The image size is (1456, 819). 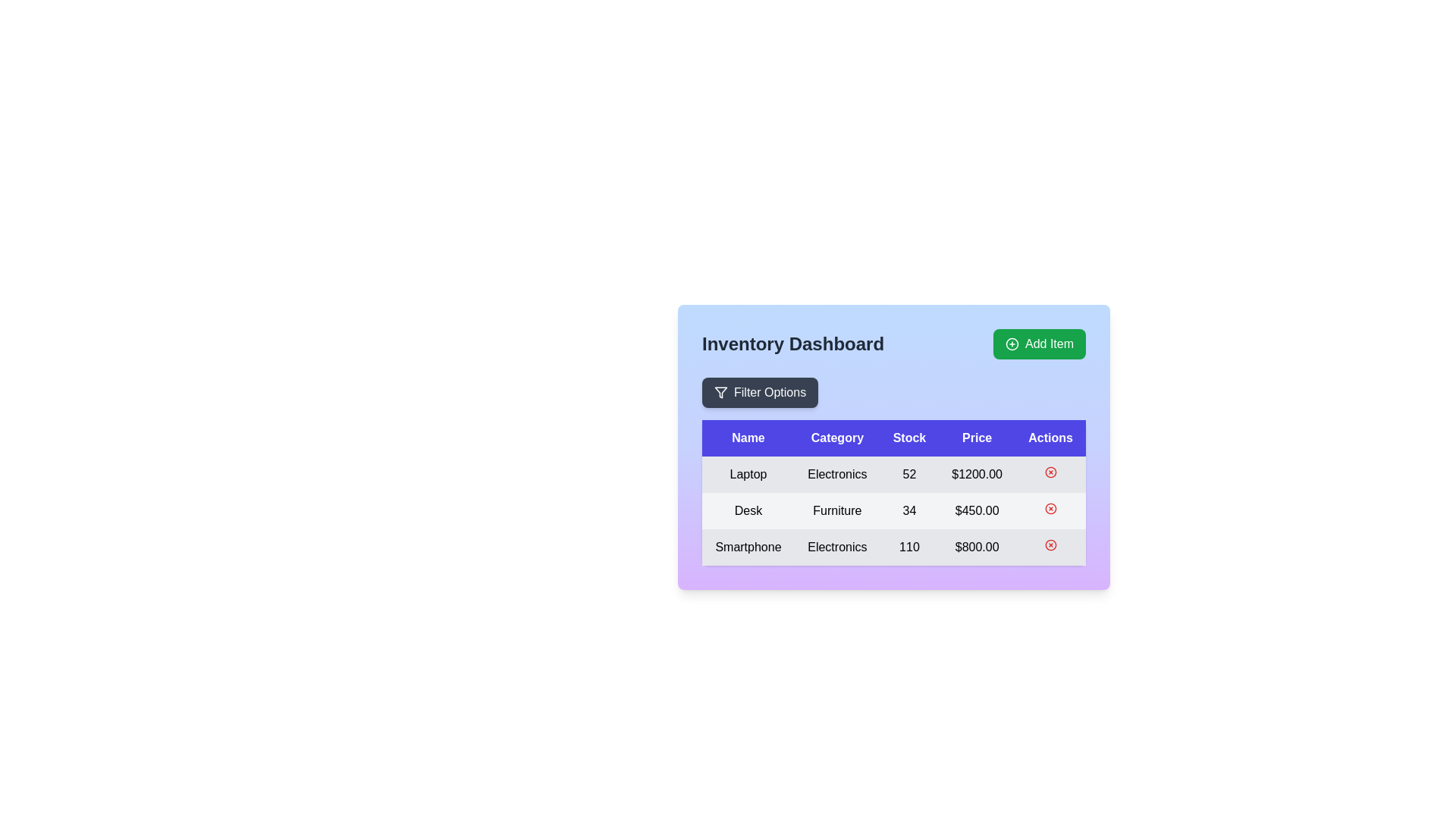 What do you see at coordinates (894, 470) in the screenshot?
I see `the data table located within the 'Inventory Dashboard' card` at bounding box center [894, 470].